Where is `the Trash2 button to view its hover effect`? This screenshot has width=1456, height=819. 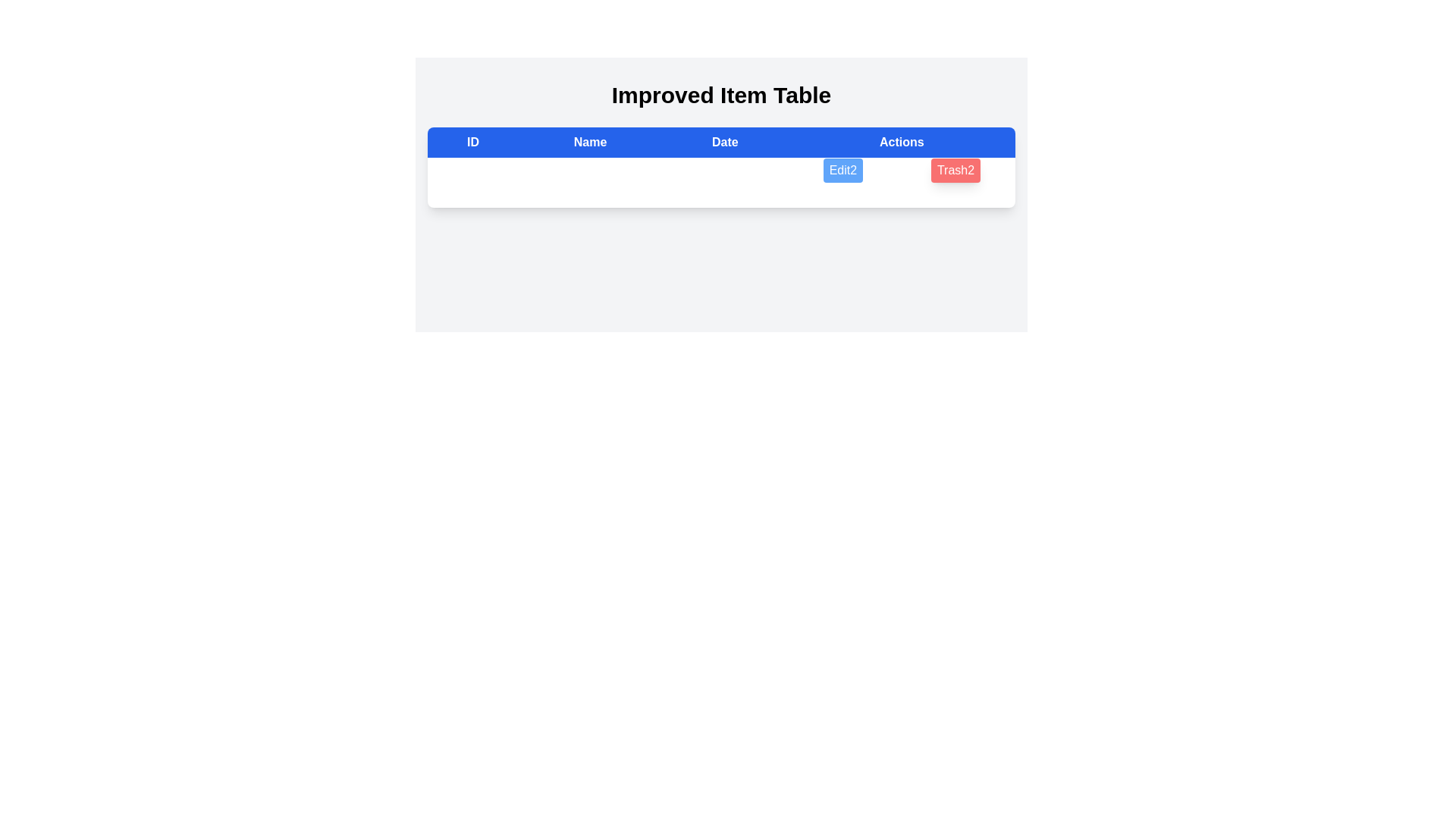
the Trash2 button to view its hover effect is located at coordinates (955, 170).